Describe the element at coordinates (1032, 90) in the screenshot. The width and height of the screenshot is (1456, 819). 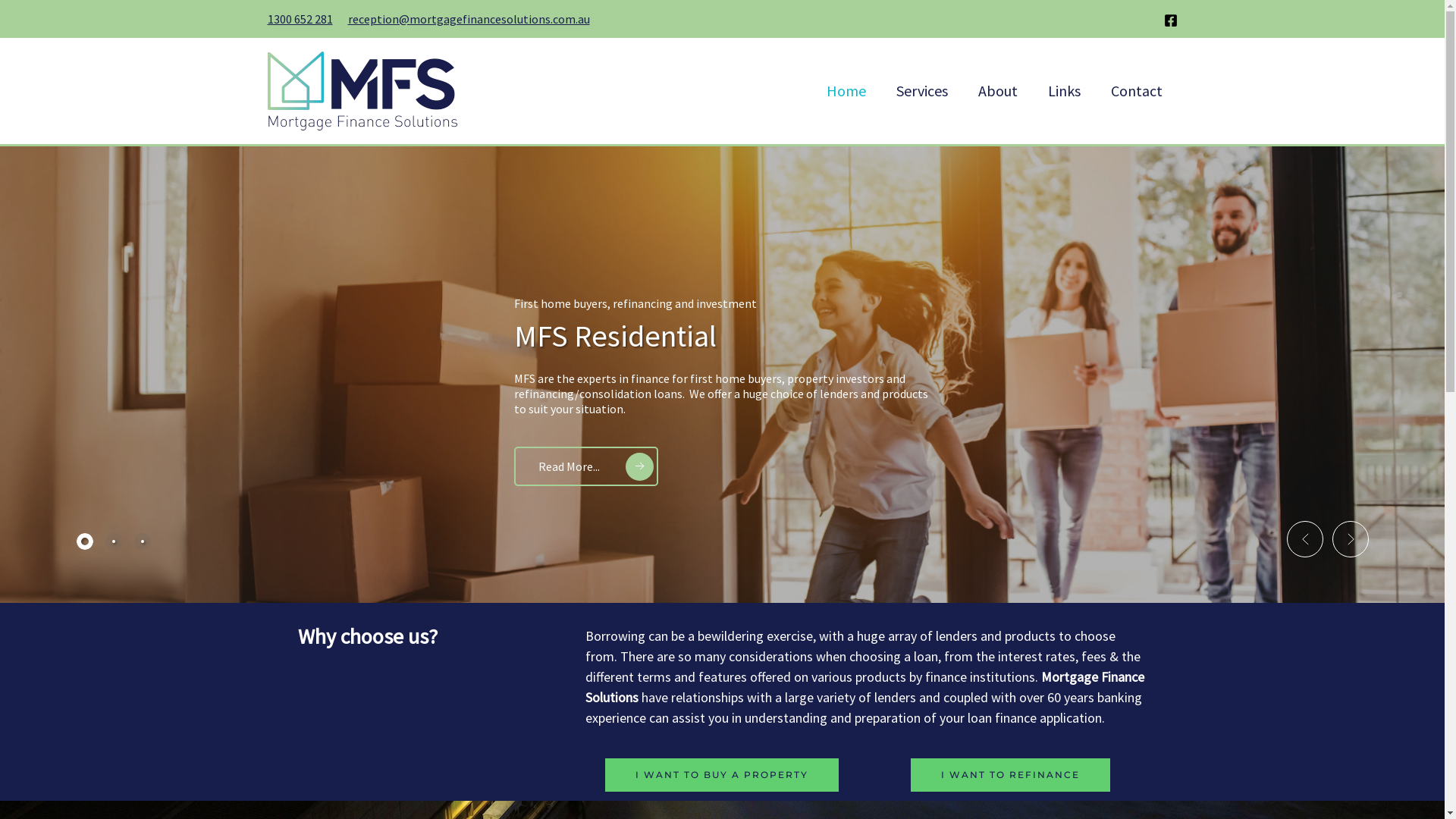
I see `'Links'` at that location.